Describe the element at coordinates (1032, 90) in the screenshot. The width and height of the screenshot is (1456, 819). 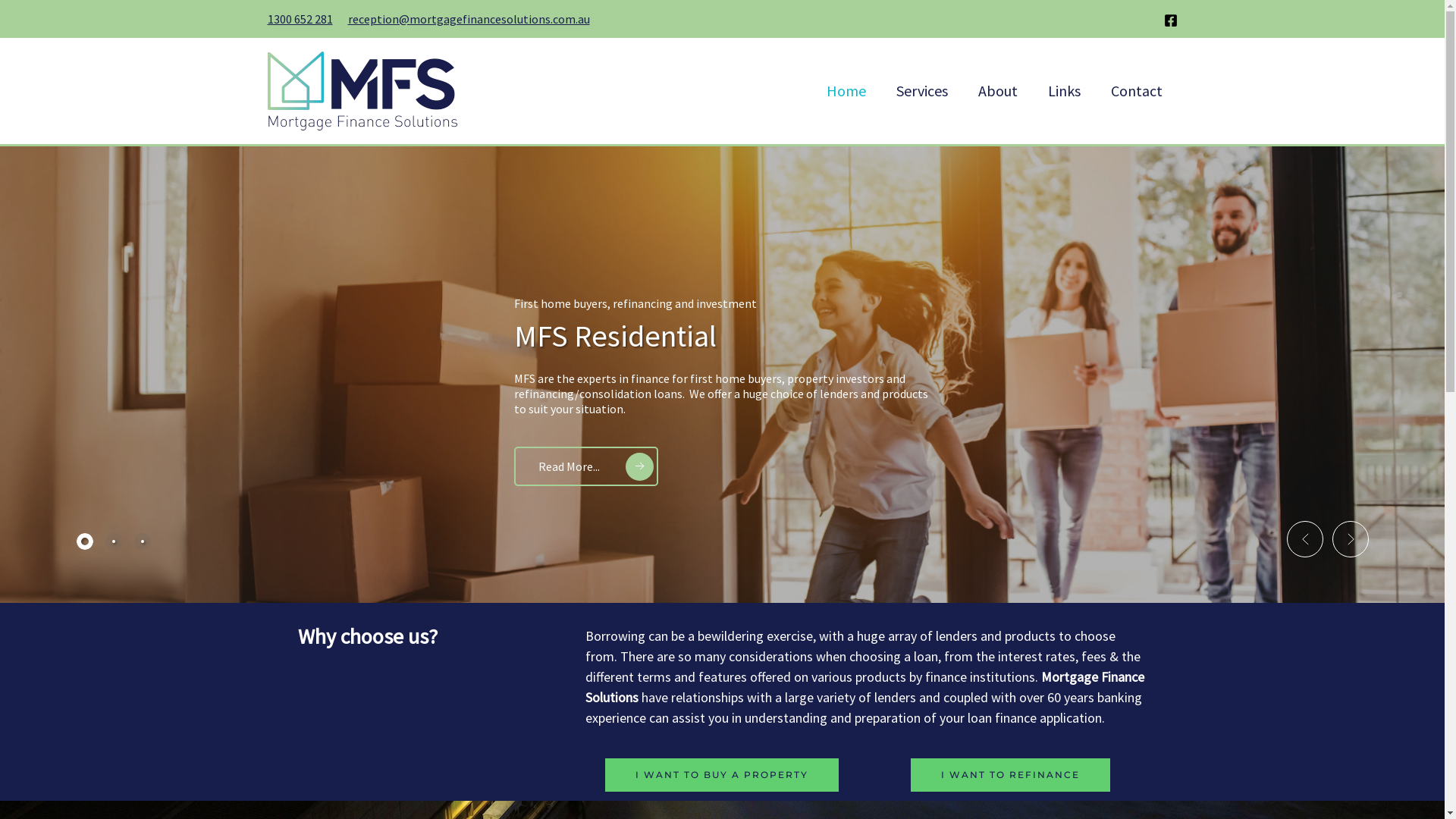
I see `'Links'` at that location.